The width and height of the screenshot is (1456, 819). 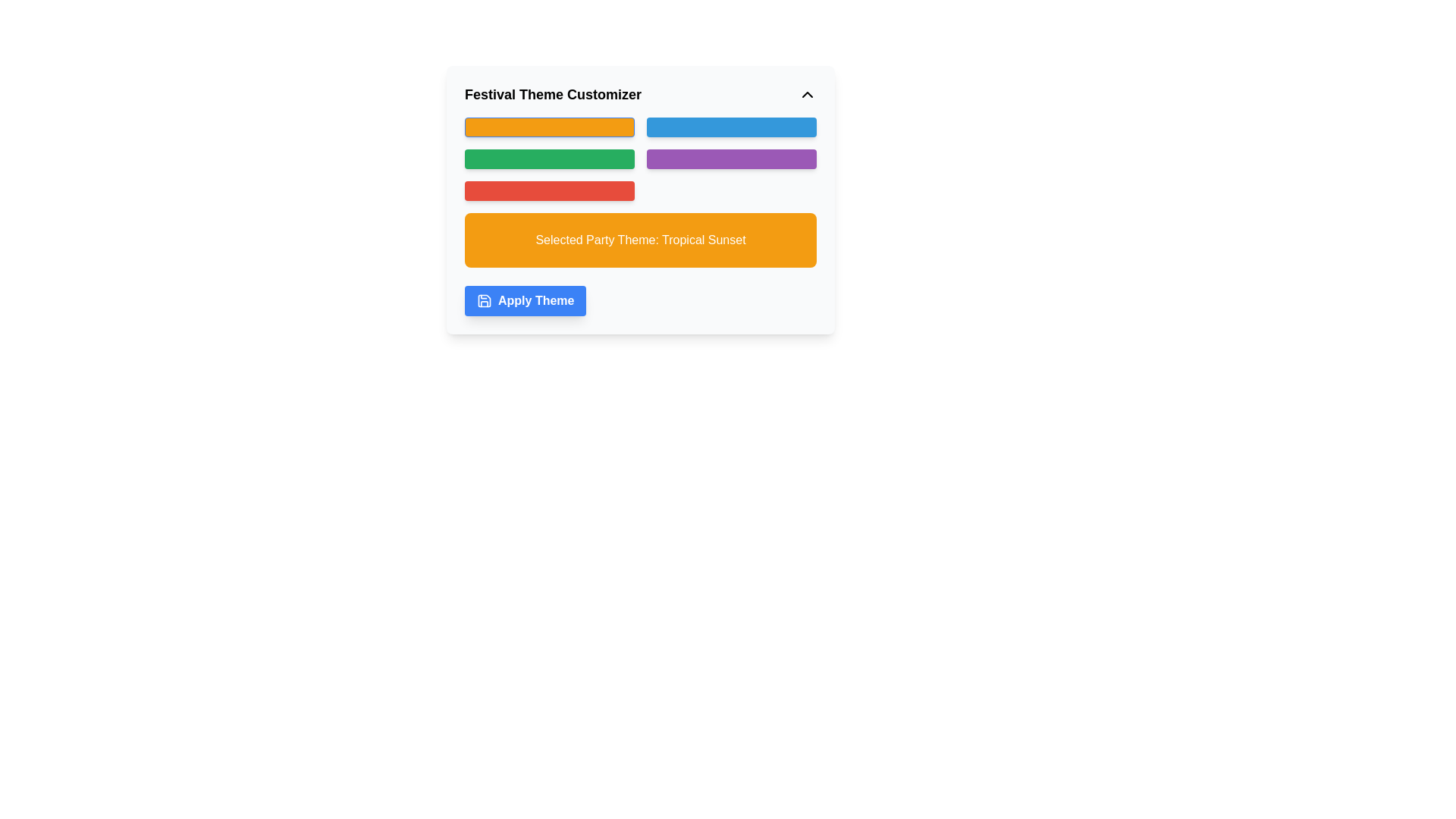 I want to click on the text element titled 'Festival Theme Customizer' located at the top of the interface, so click(x=640, y=94).